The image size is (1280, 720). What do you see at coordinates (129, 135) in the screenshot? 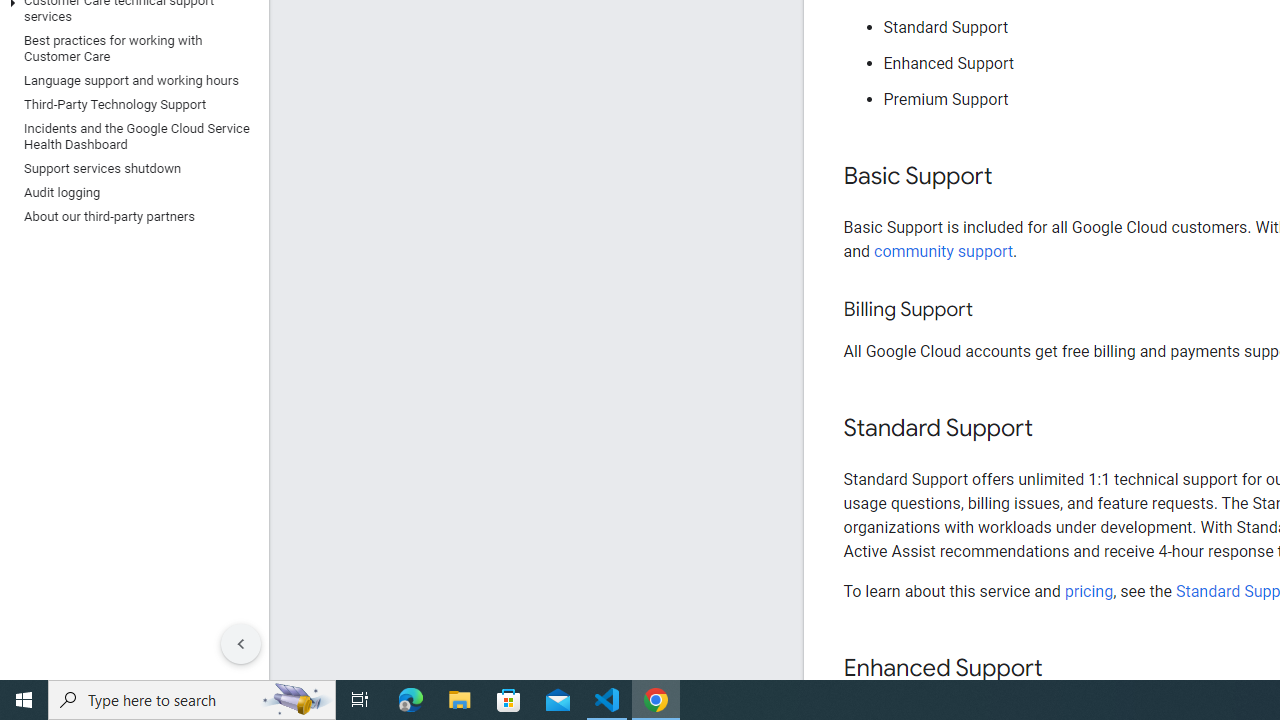
I see `'Incidents and the Google Cloud Service Health Dashboard'` at bounding box center [129, 135].